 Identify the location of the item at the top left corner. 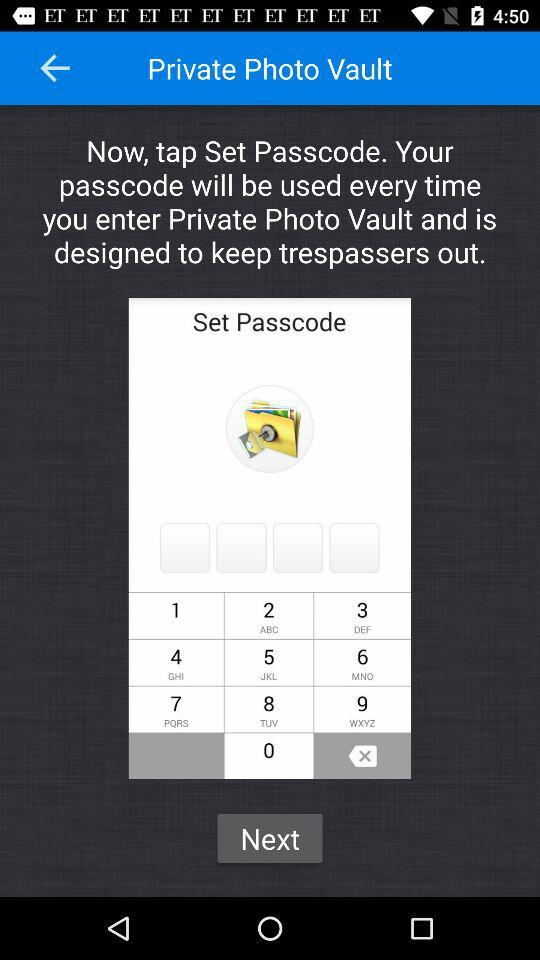
(55, 68).